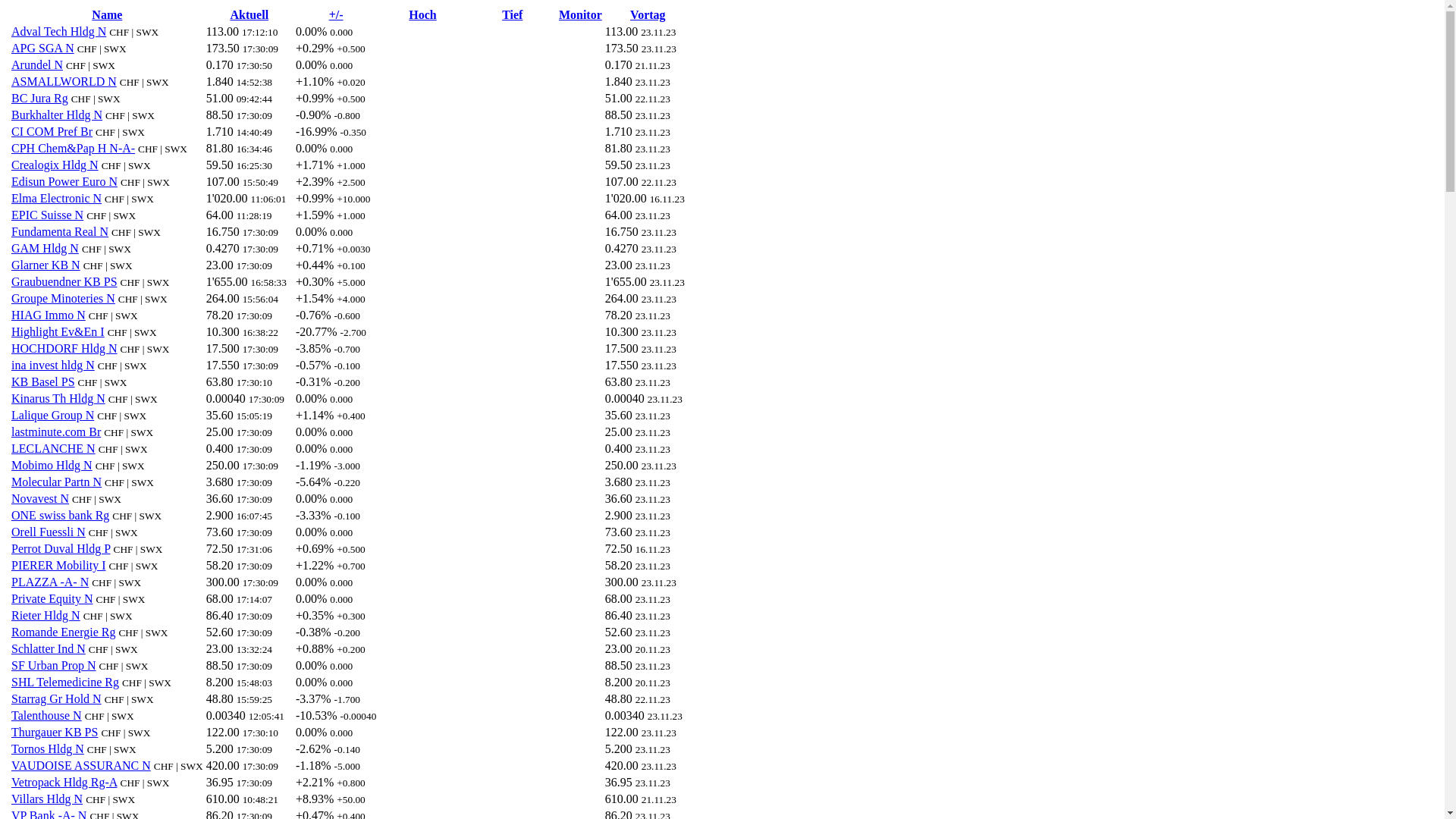 The width and height of the screenshot is (1456, 819). I want to click on 'EPIC Suisse N', so click(47, 215).